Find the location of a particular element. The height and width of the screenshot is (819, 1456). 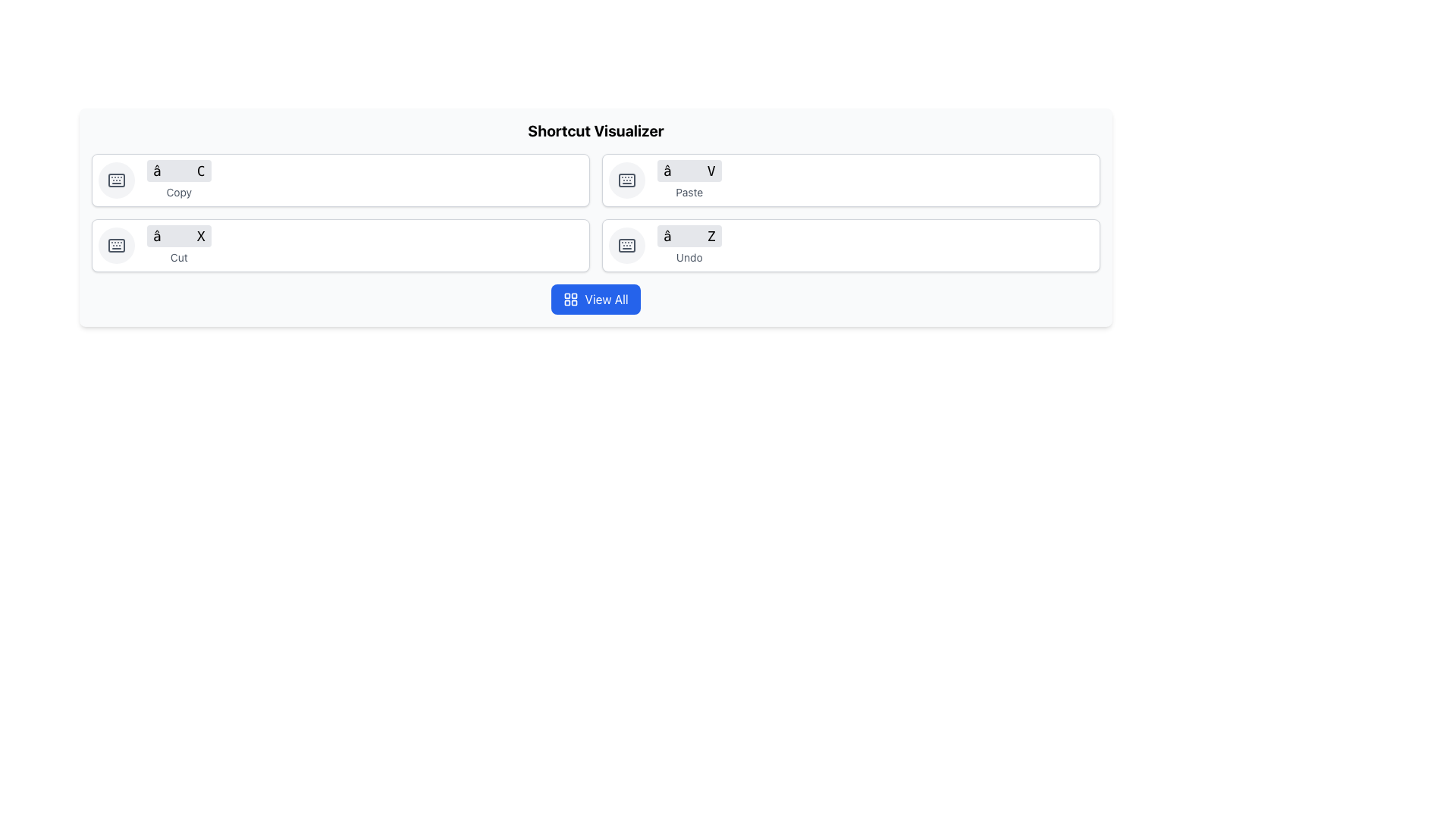

the circular icon button with a keyboard-like icon, which is located within the 'Copy' shortcut card in the first row of shortcut actions under the 'Shortcut Visualizer' is located at coordinates (115, 180).